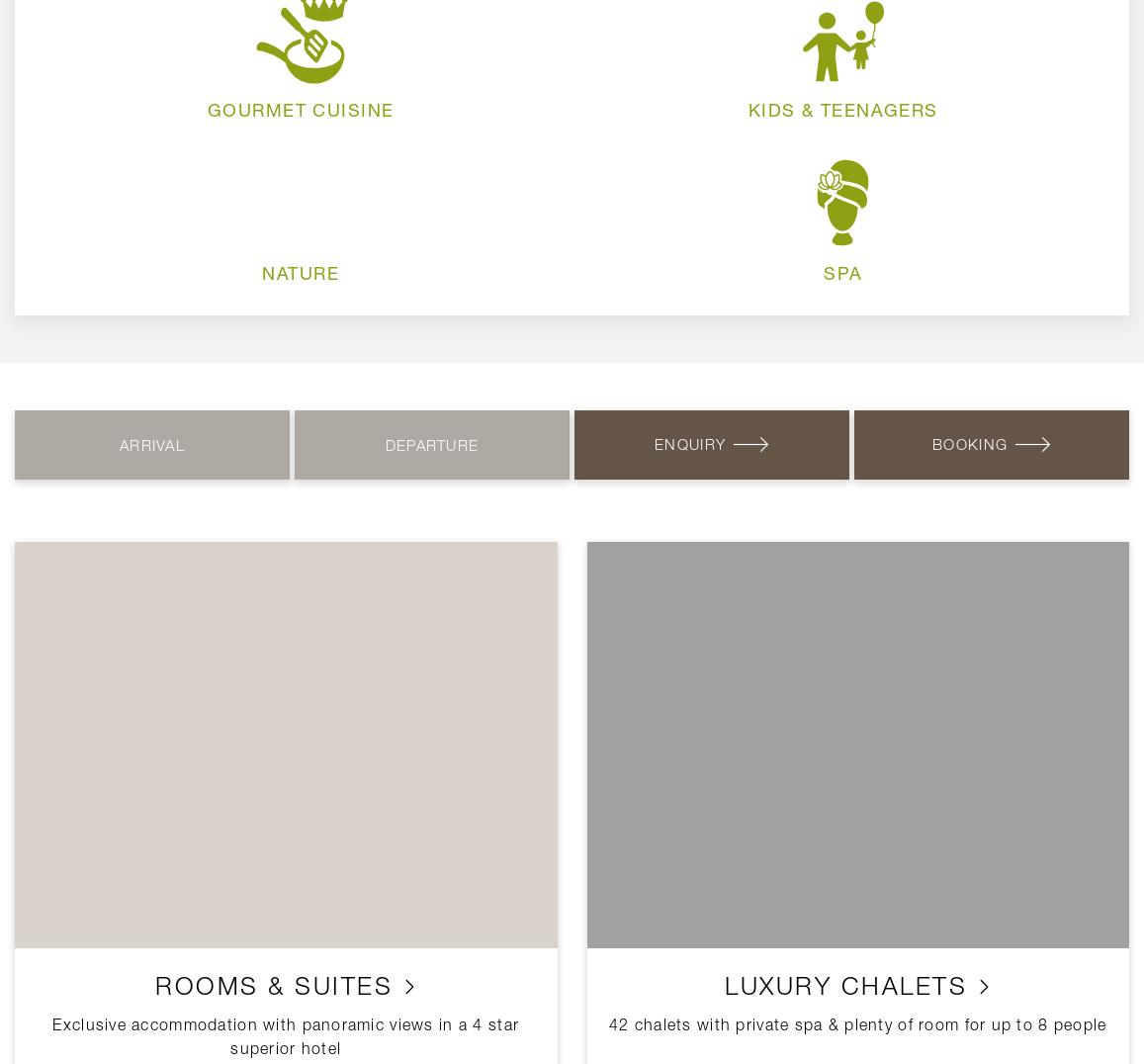 The width and height of the screenshot is (1144, 1064). What do you see at coordinates (299, 271) in the screenshot?
I see `'Nature'` at bounding box center [299, 271].